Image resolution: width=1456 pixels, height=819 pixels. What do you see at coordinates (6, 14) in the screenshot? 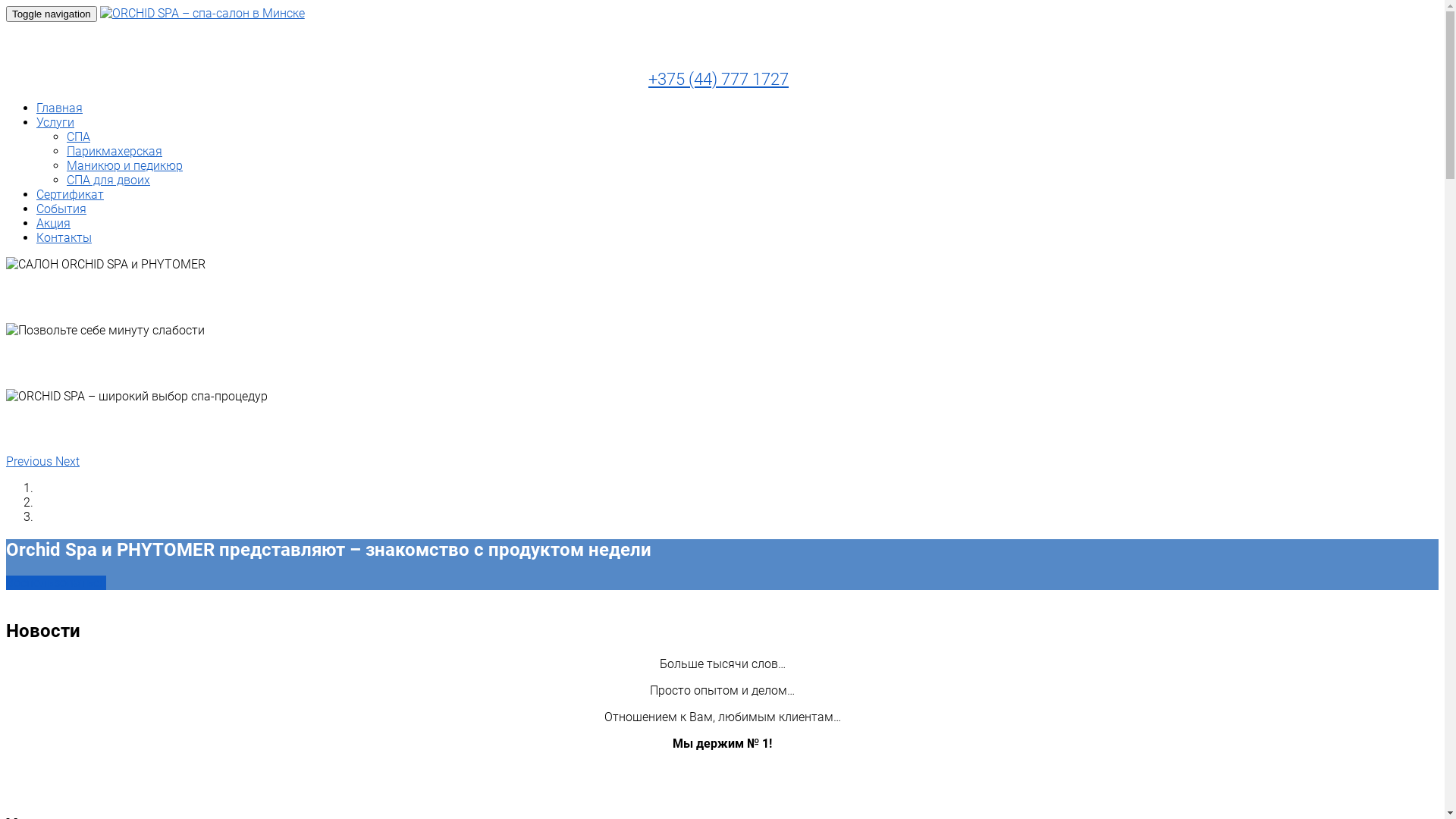
I see `'Toggle navigation'` at bounding box center [6, 14].